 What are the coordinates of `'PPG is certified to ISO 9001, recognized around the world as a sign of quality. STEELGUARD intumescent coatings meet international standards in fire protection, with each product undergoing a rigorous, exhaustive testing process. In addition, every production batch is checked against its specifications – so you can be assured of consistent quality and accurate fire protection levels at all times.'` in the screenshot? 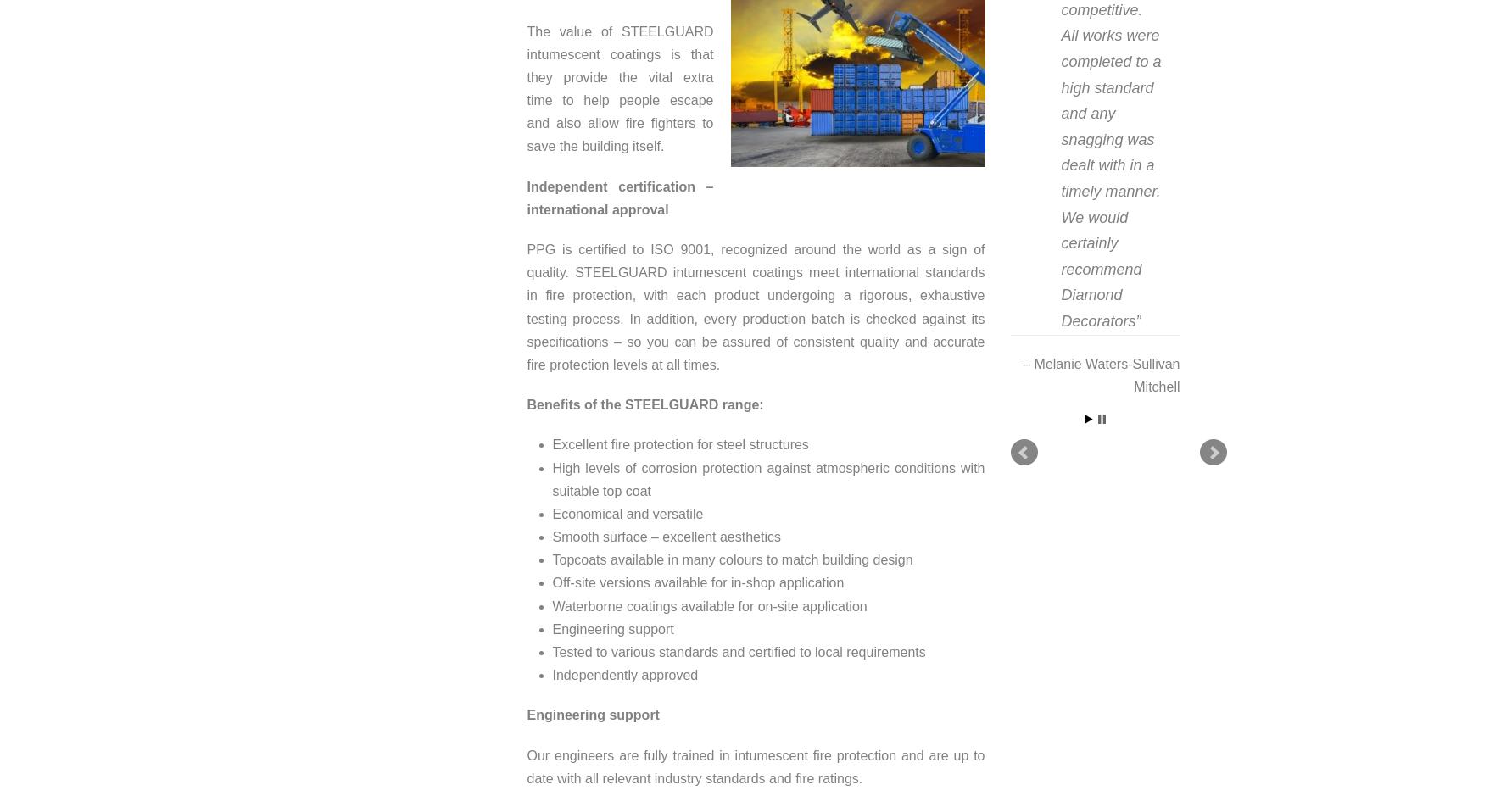 It's located at (755, 305).